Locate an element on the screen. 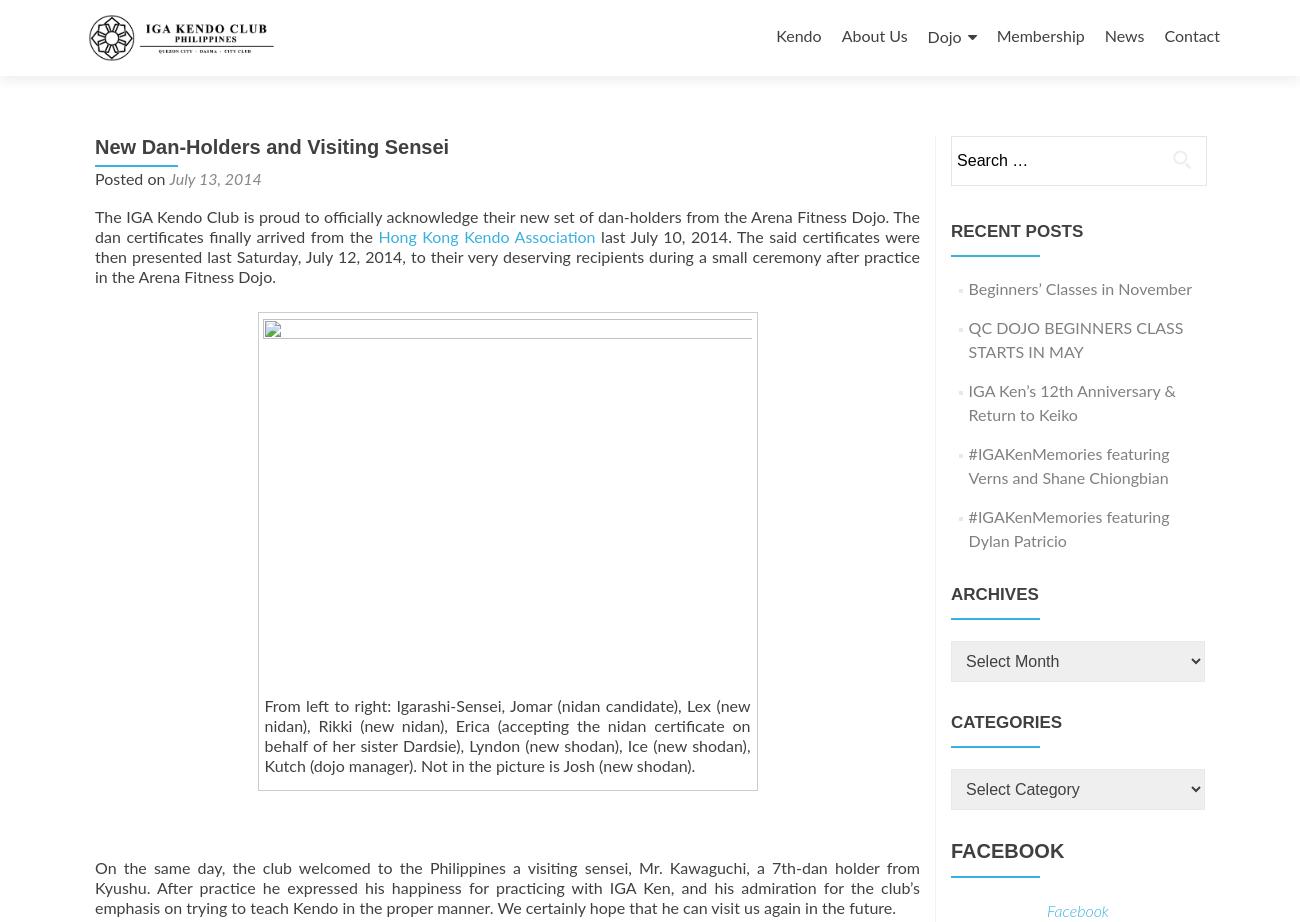  'Hong Kong Kendo Association' is located at coordinates (485, 236).